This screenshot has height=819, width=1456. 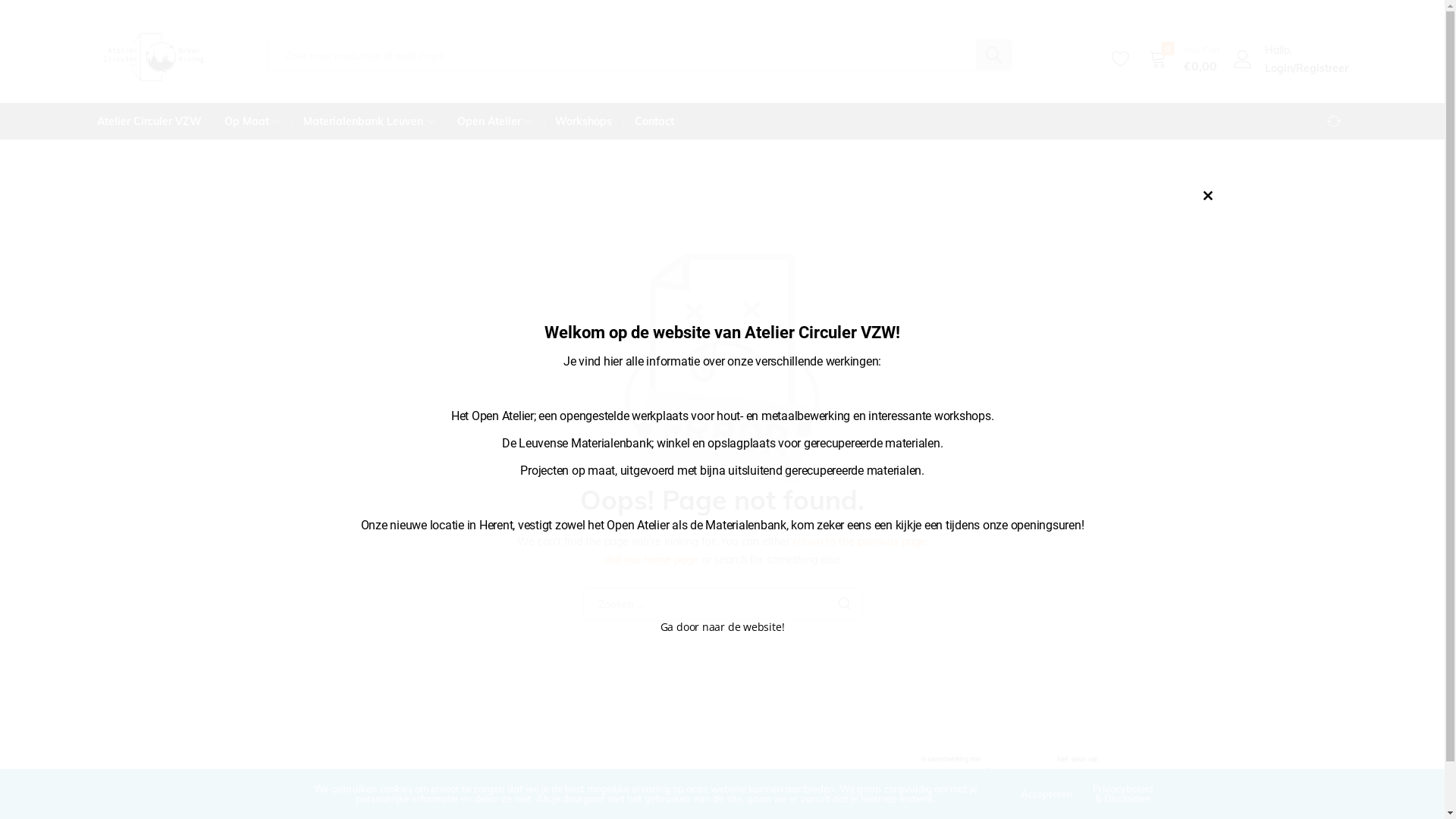 I want to click on 'Atelier Circuler VZW', so click(x=155, y=120).